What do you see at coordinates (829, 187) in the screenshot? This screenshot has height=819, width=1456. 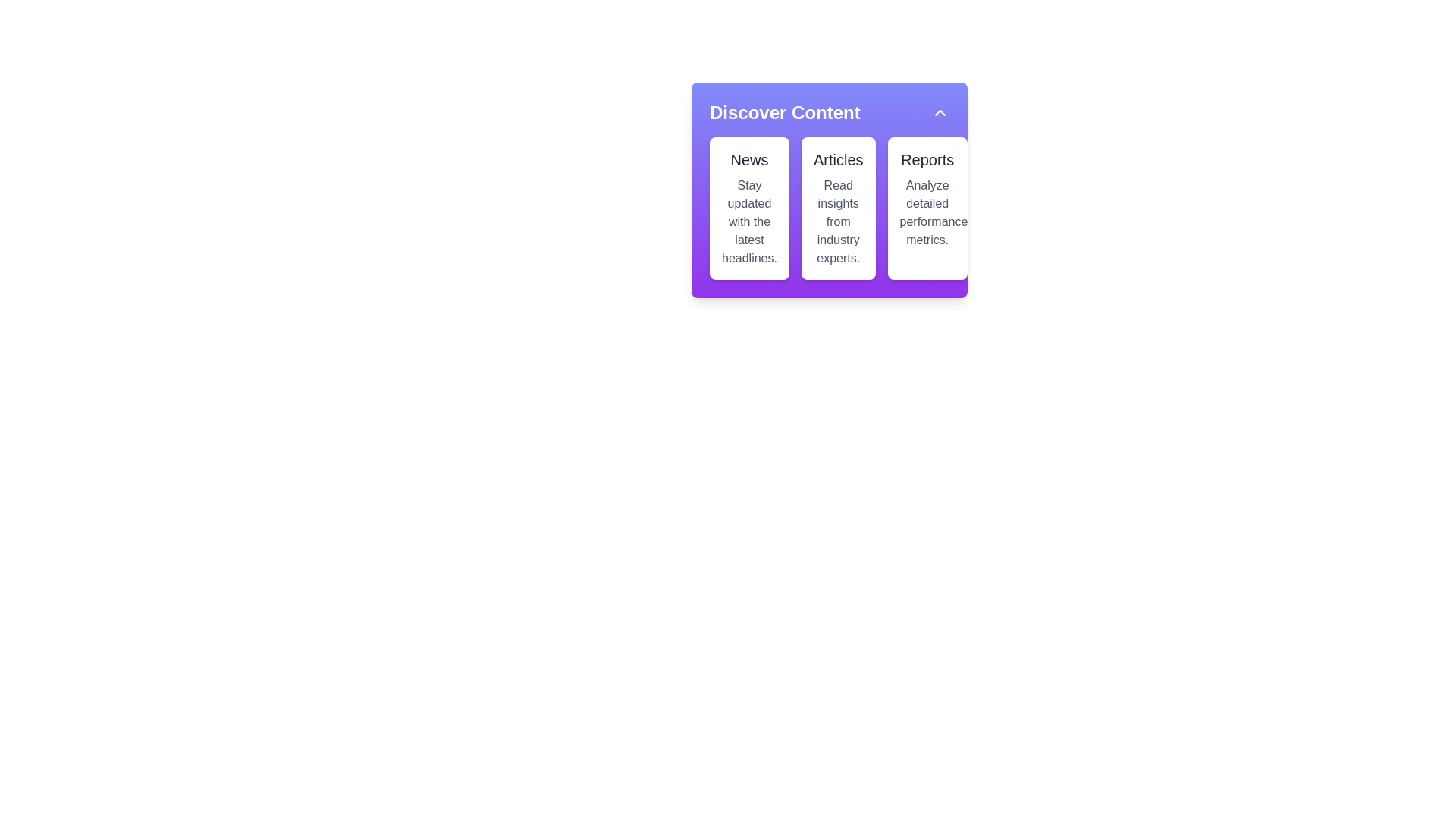 I see `the 'Discover Content' card section title` at bounding box center [829, 187].